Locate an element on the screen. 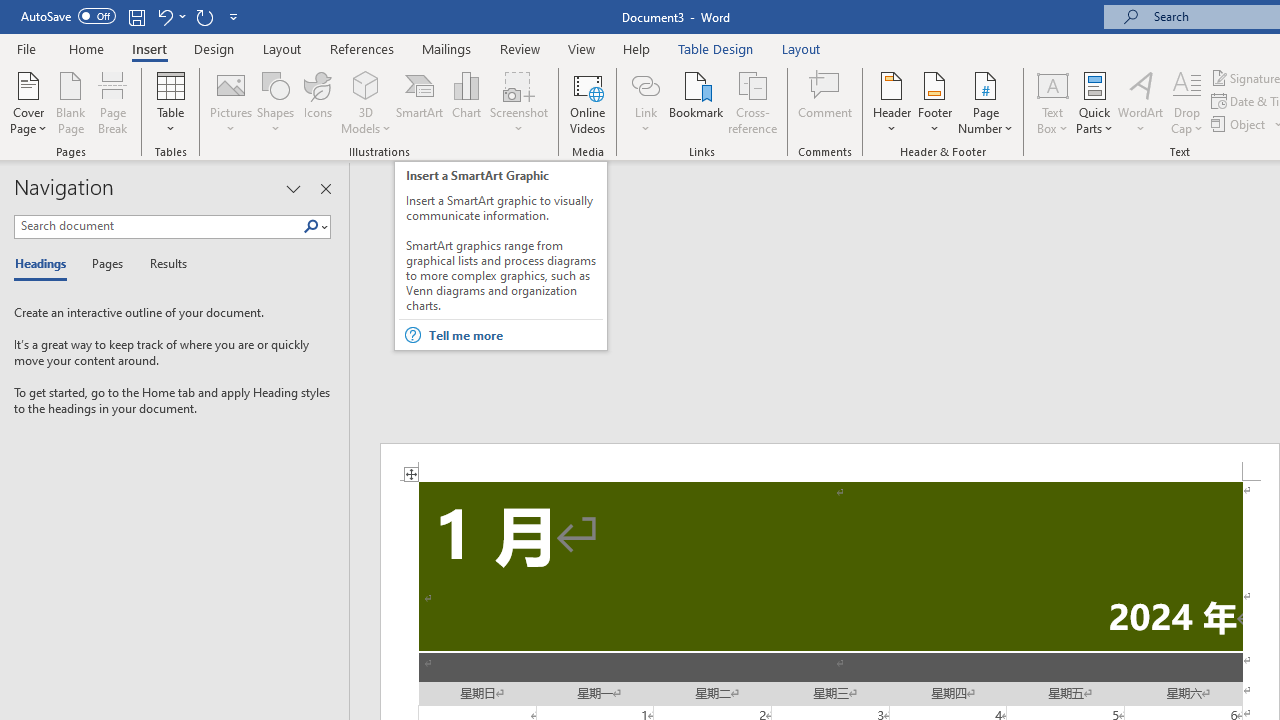 The image size is (1280, 720). 'Link' is located at coordinates (645, 84).